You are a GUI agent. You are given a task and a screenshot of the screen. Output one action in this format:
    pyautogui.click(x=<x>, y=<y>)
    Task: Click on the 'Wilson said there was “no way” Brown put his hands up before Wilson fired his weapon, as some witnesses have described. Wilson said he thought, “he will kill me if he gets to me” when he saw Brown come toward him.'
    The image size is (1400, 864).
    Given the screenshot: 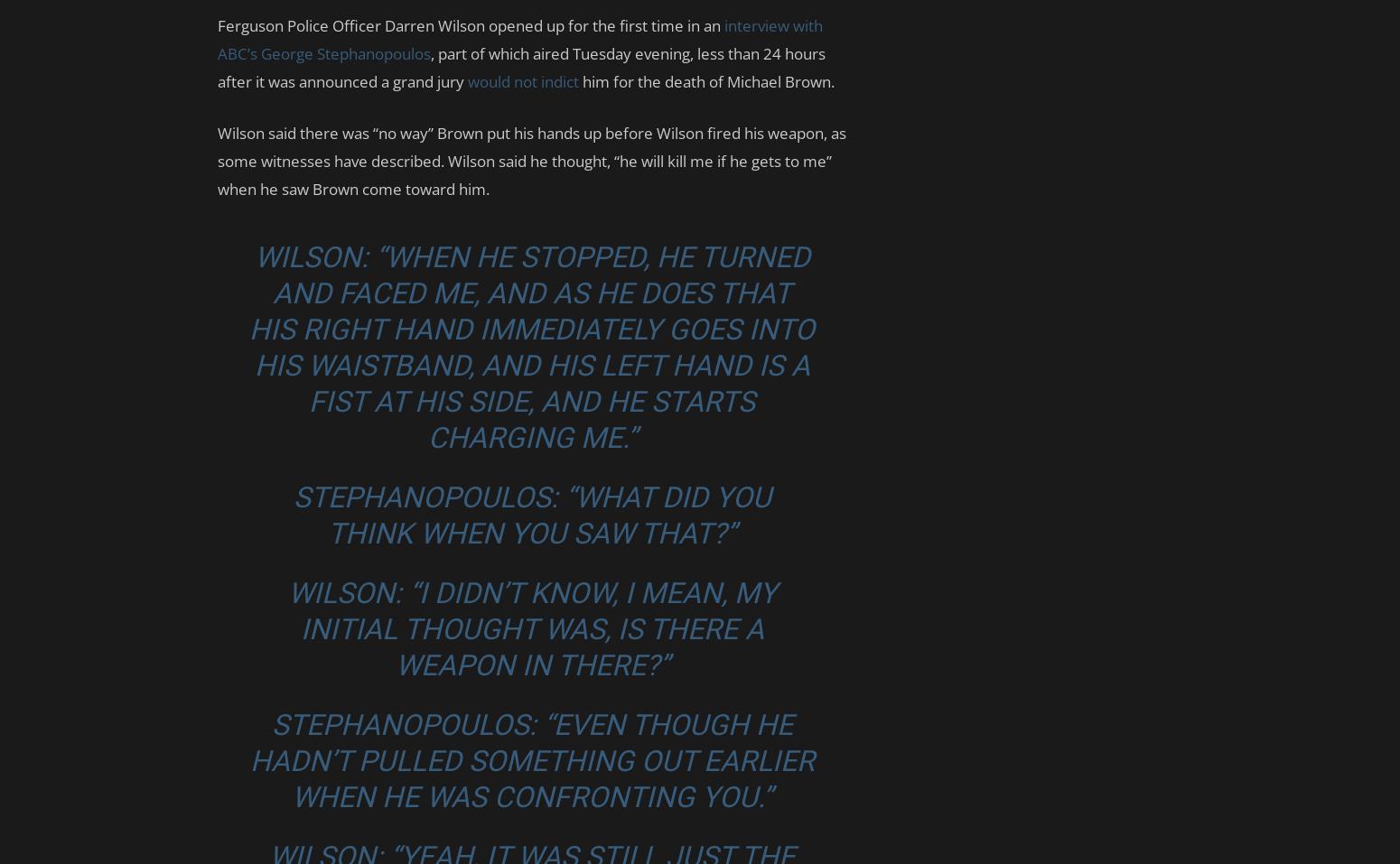 What is the action you would take?
    pyautogui.click(x=532, y=161)
    